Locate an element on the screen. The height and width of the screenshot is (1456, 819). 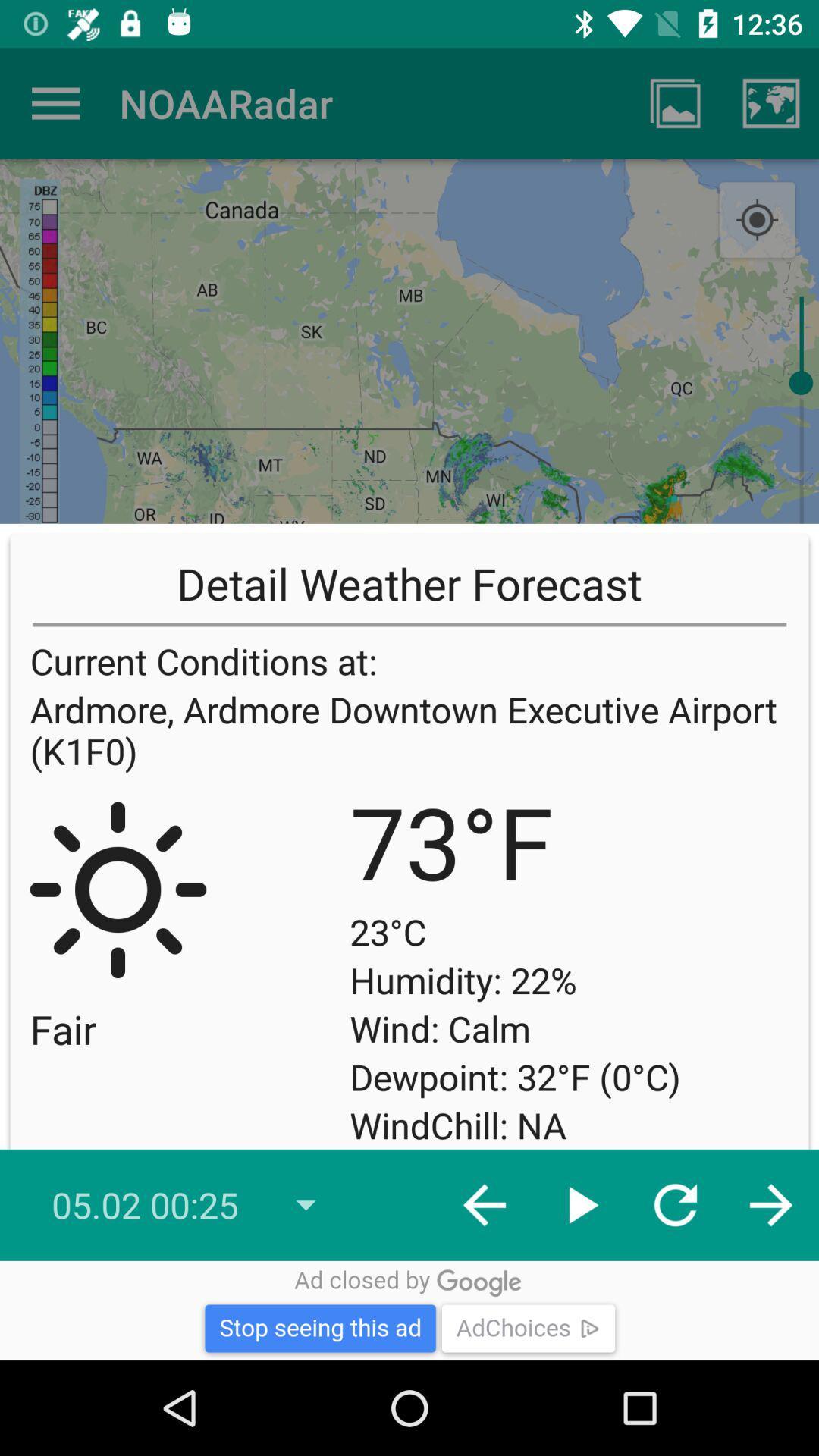
icon below ardmore ardmore downtown app is located at coordinates (757, 999).